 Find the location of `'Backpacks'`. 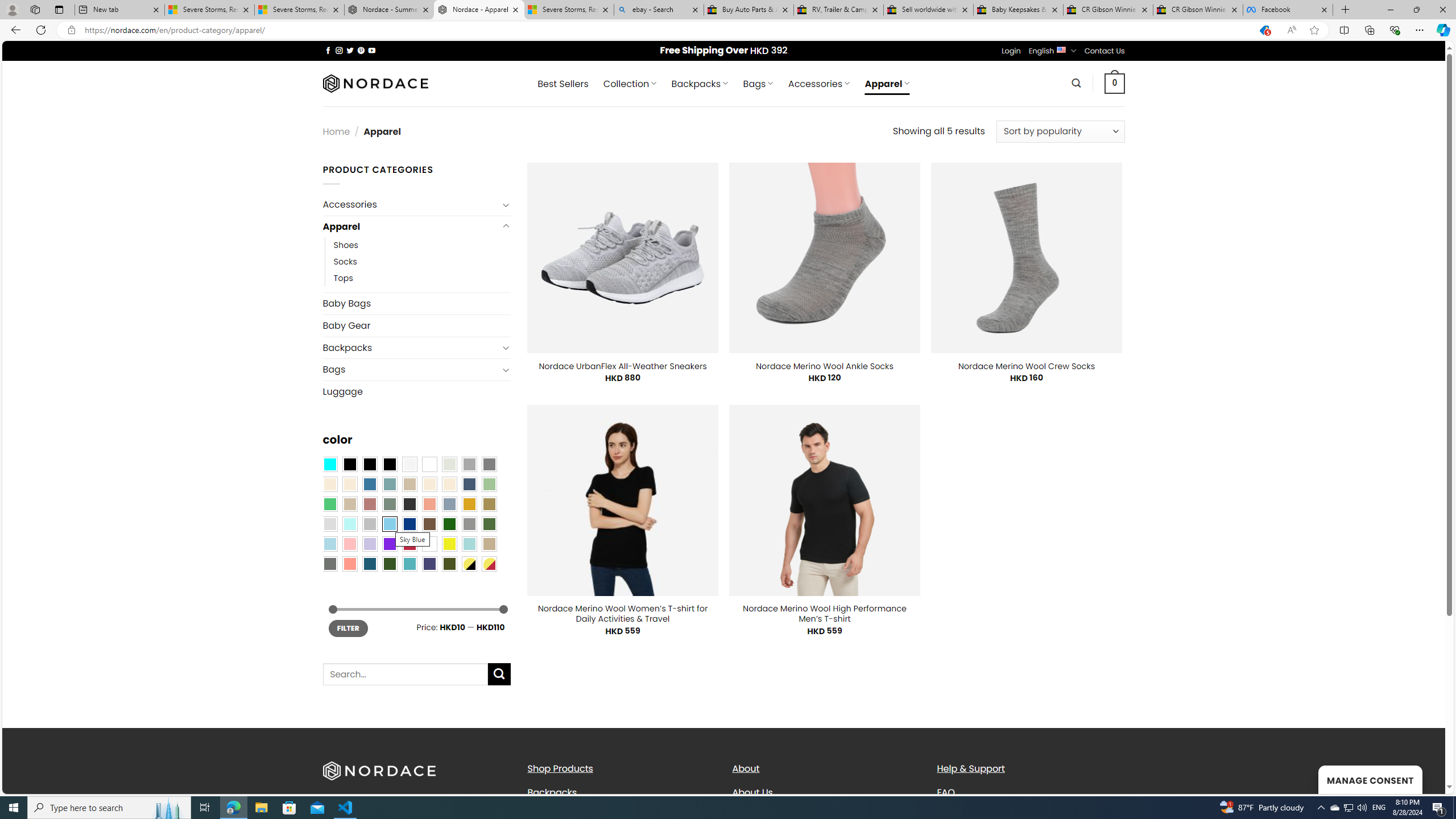

'Backpacks' is located at coordinates (621, 792).